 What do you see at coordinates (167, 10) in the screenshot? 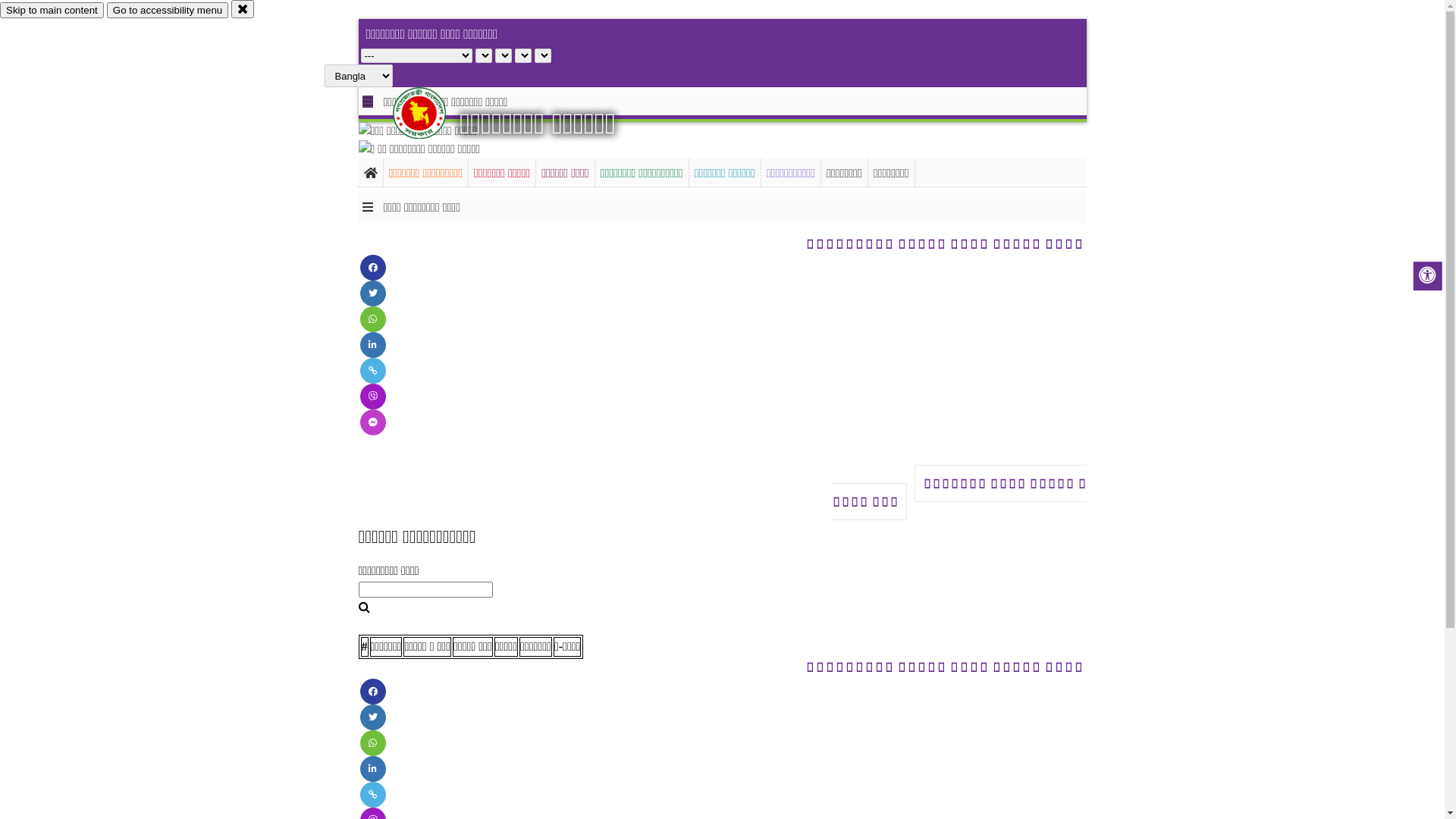
I see `'Go to accessibility menu'` at bounding box center [167, 10].